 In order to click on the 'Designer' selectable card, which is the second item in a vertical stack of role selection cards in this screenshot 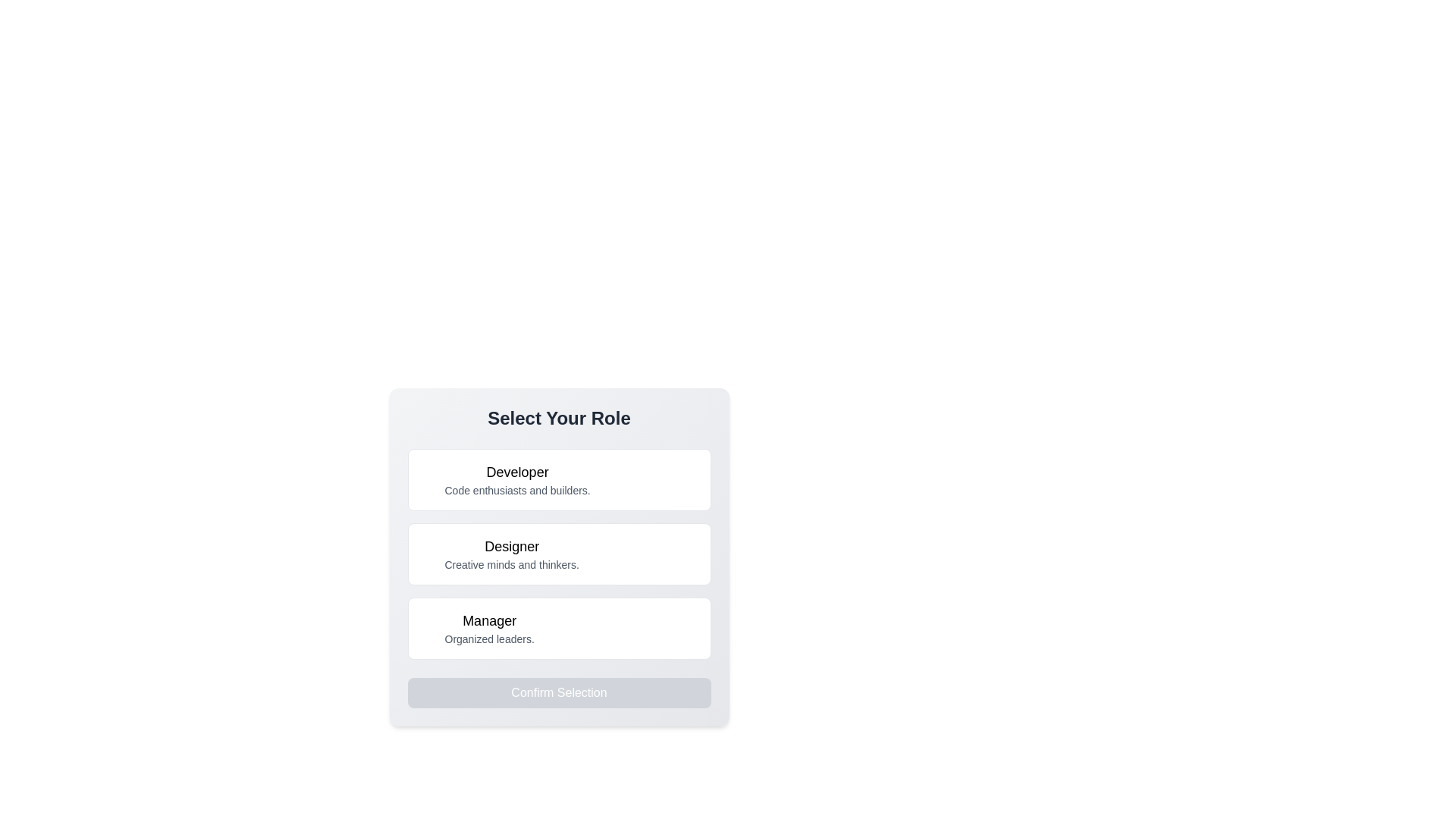, I will do `click(558, 554)`.